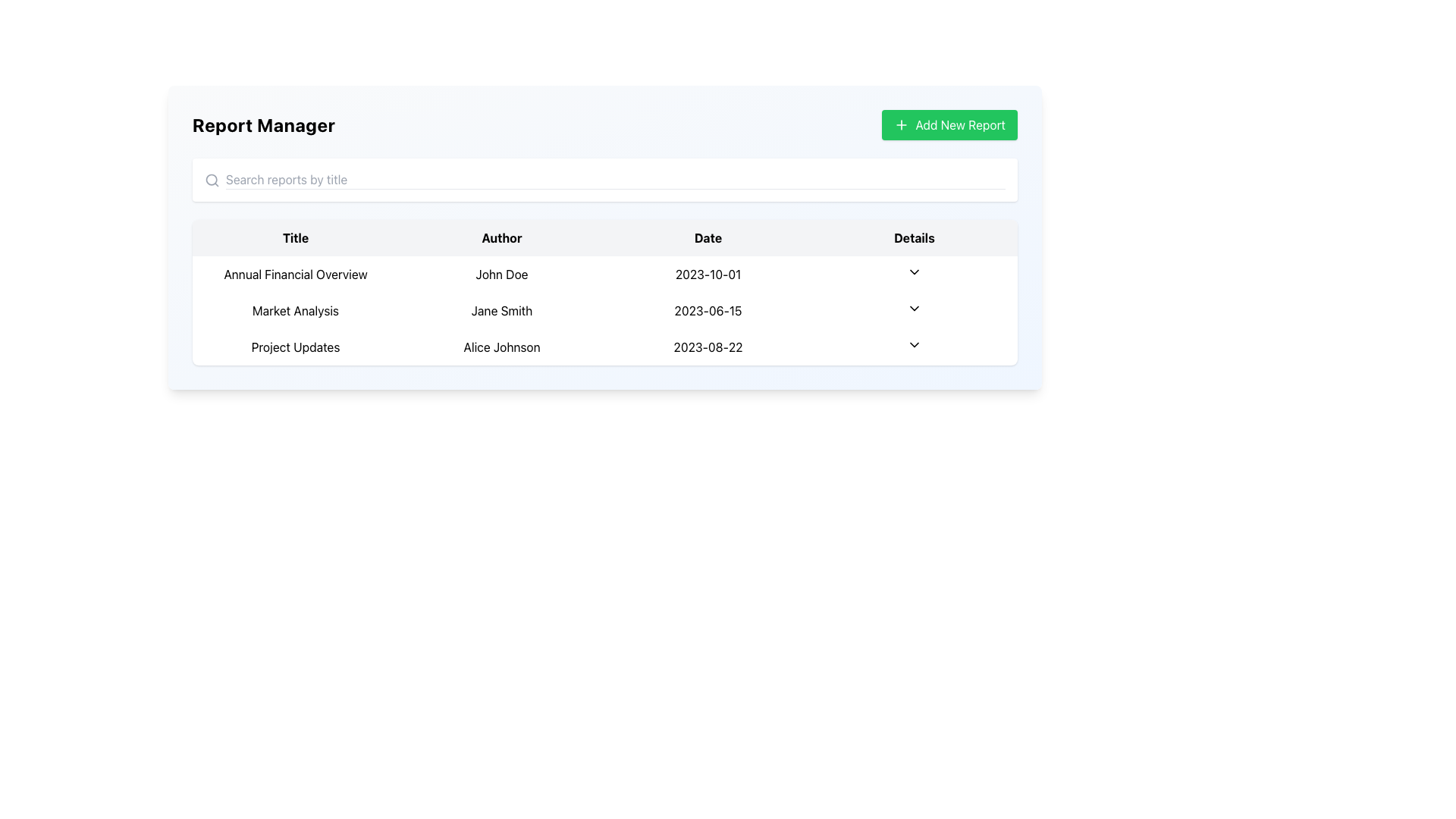 Image resolution: width=1456 pixels, height=819 pixels. What do you see at coordinates (913, 271) in the screenshot?
I see `the Dropdown Toggle Icon in the 'Details' column of the first row of the Report Manager table for the report titled 'Annual Financial Overview'` at bounding box center [913, 271].